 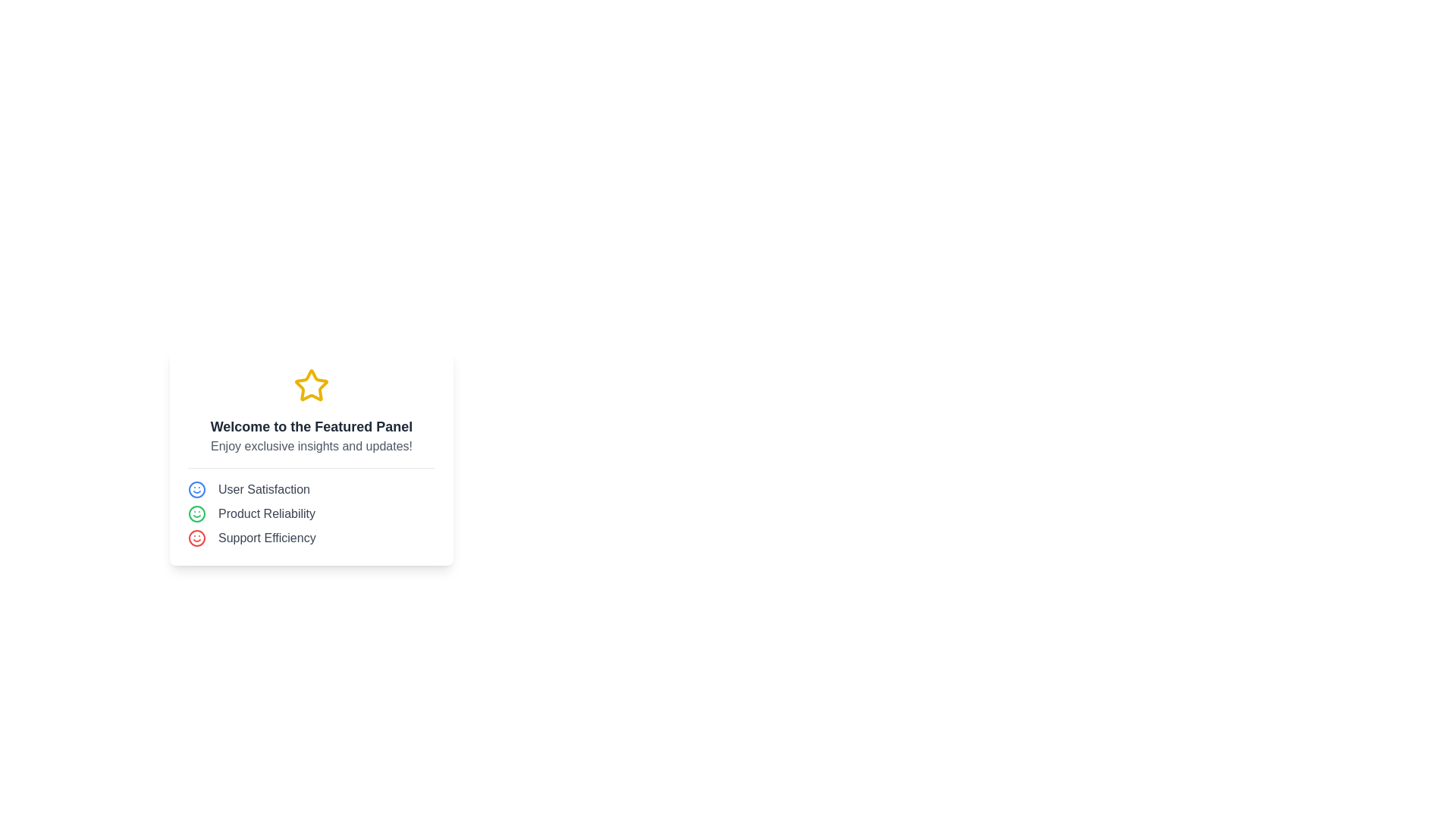 I want to click on the star icon located at the top-center of the card containing the heading 'Welcome to the Featured Panel' and the subheading 'Enjoy exclusive insights and updates!', so click(x=311, y=384).